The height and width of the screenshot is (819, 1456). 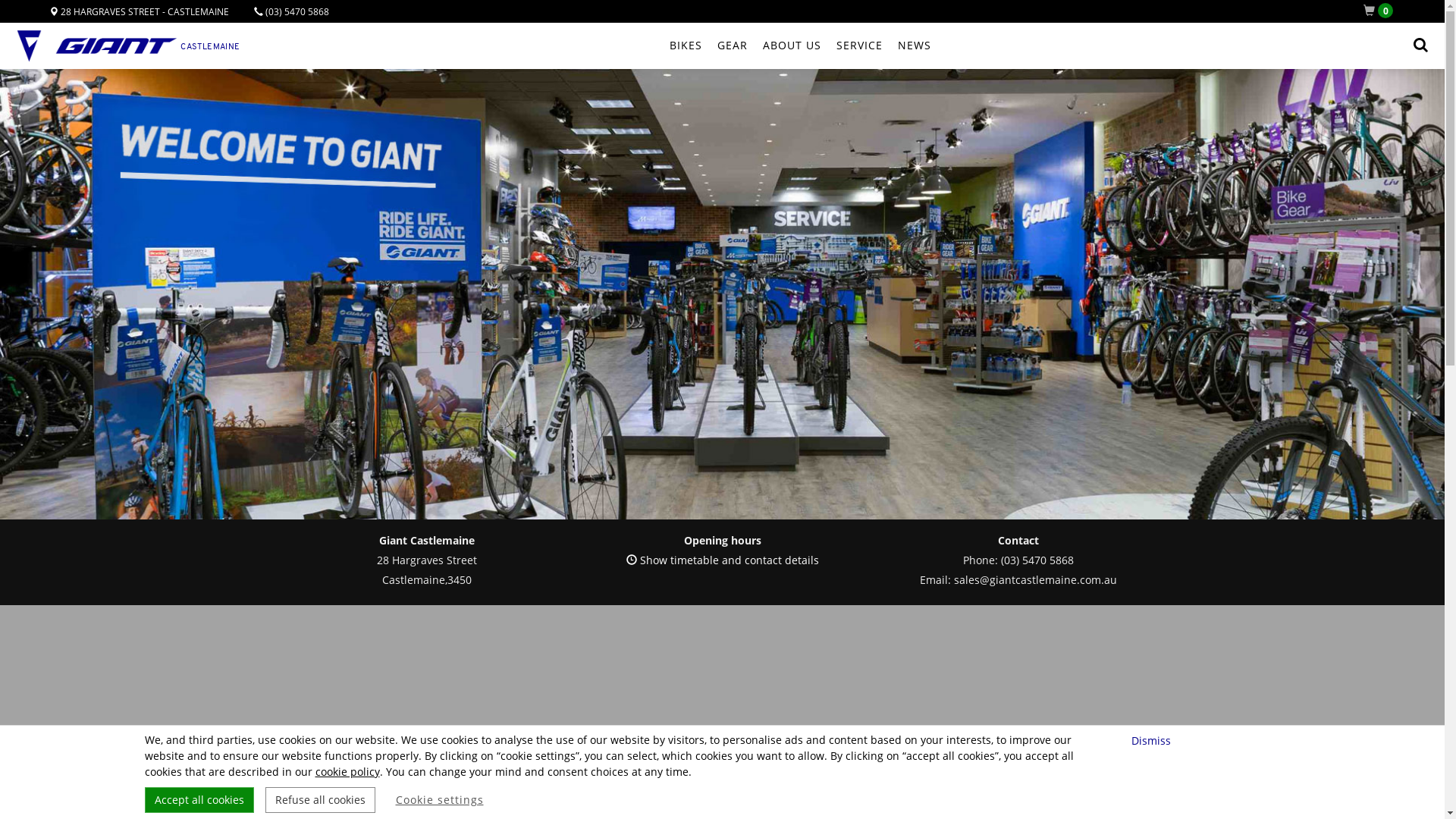 What do you see at coordinates (1153, 739) in the screenshot?
I see `'Dismiss'` at bounding box center [1153, 739].